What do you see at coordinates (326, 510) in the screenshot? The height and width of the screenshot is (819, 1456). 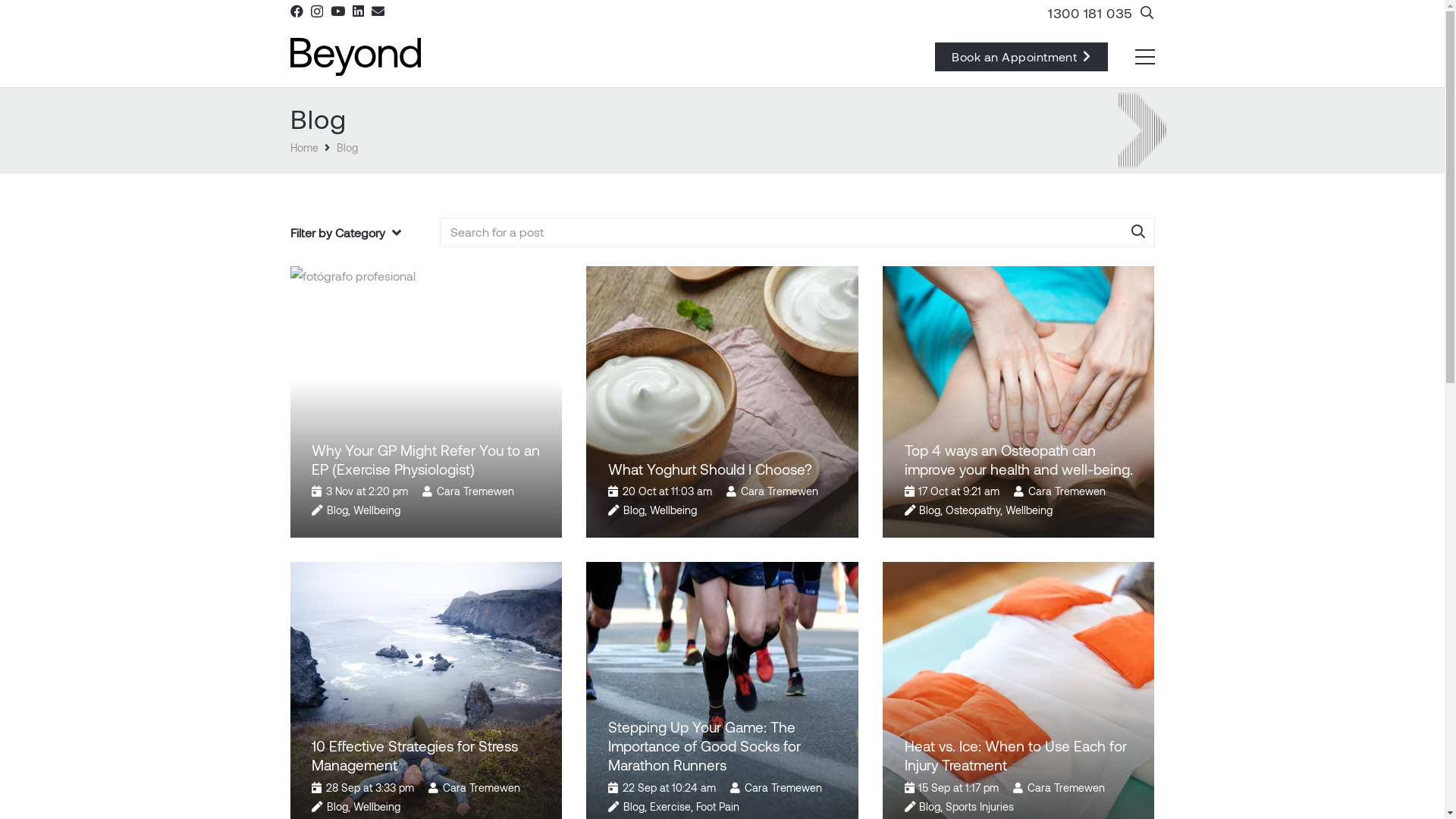 I see `'Blog'` at bounding box center [326, 510].